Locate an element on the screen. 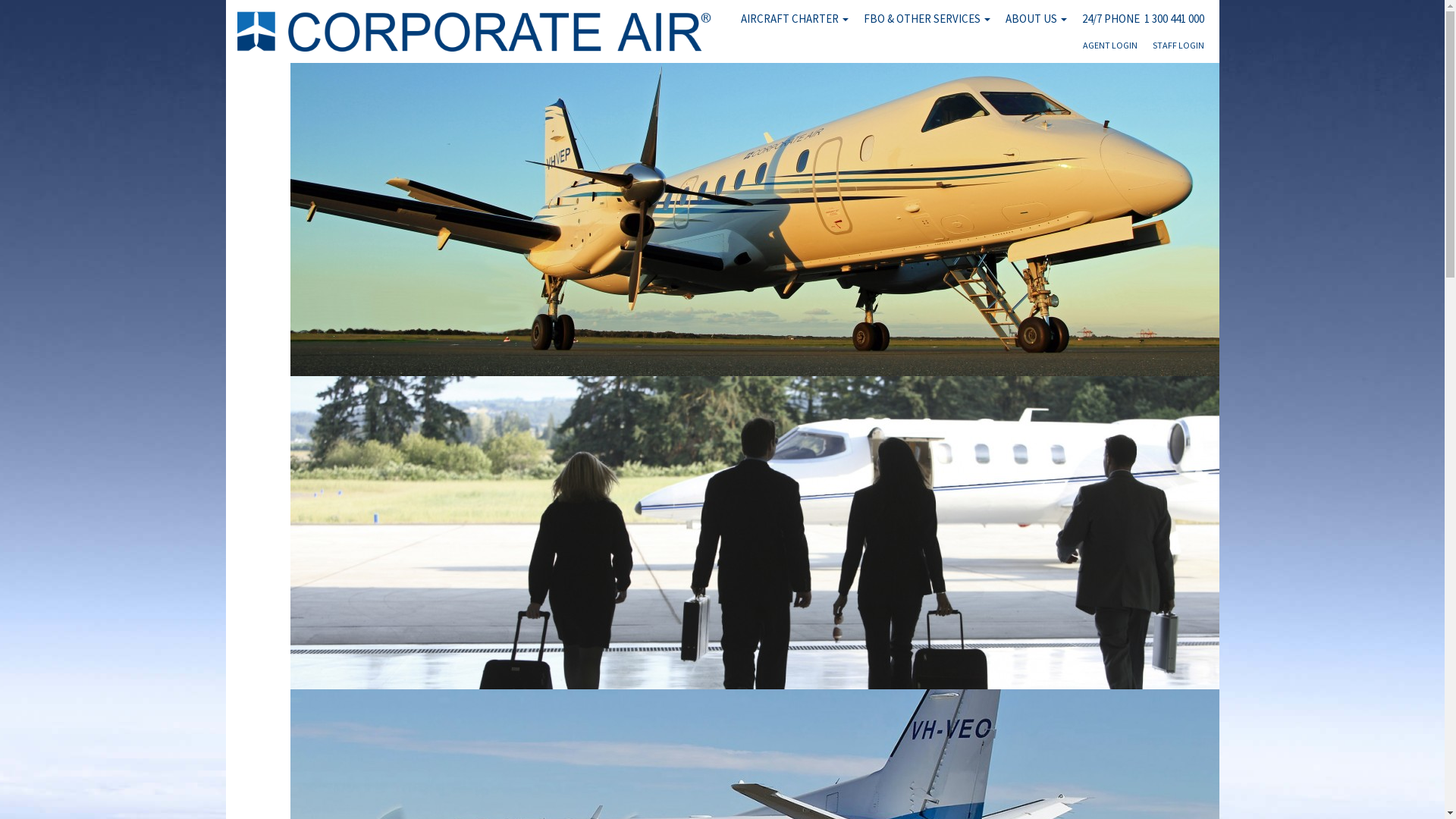  'ABOUT US' is located at coordinates (1035, 18).